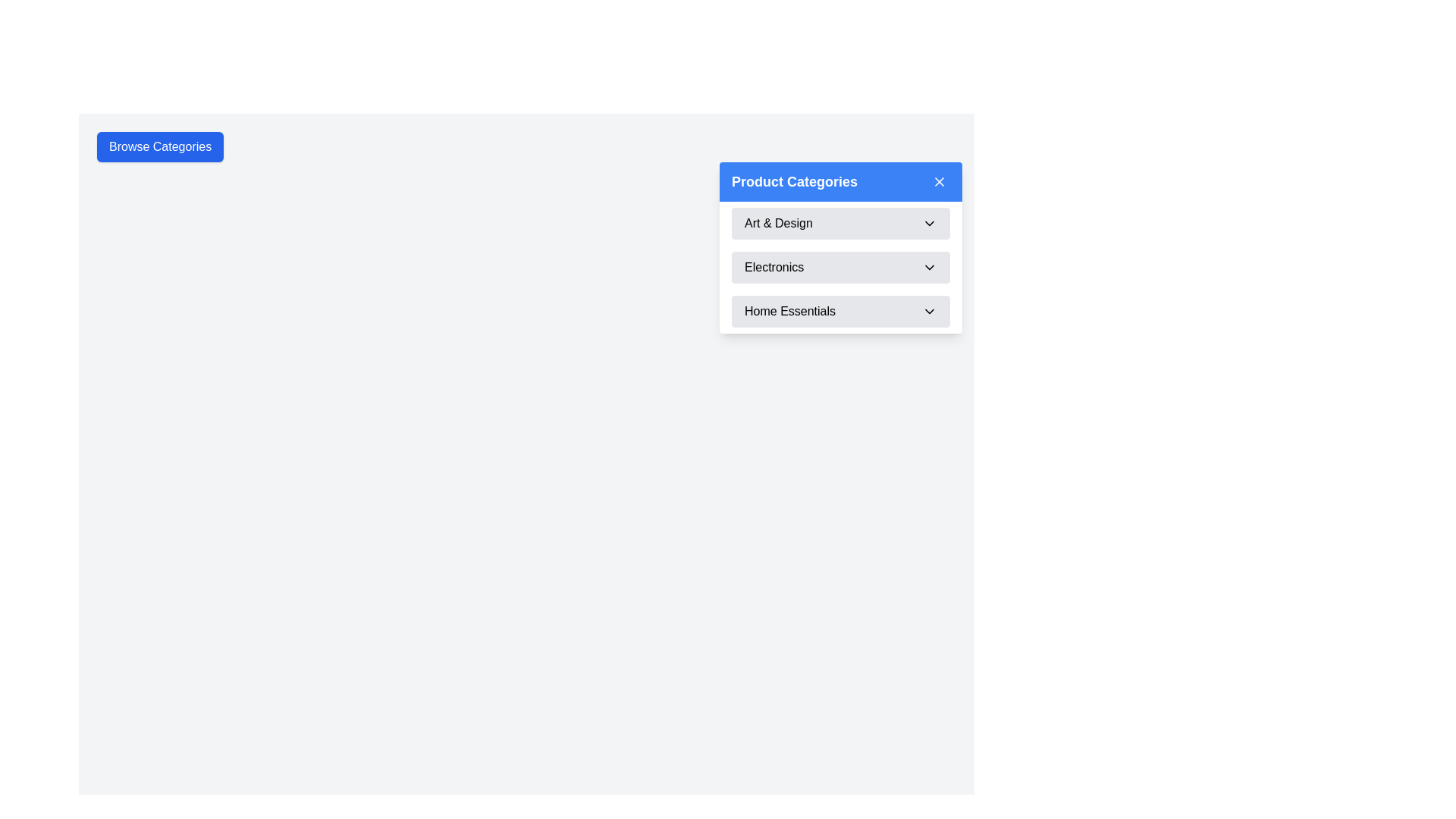 This screenshot has height=819, width=1456. What do you see at coordinates (839, 267) in the screenshot?
I see `the 'Electronics' dropdown trigger button` at bounding box center [839, 267].